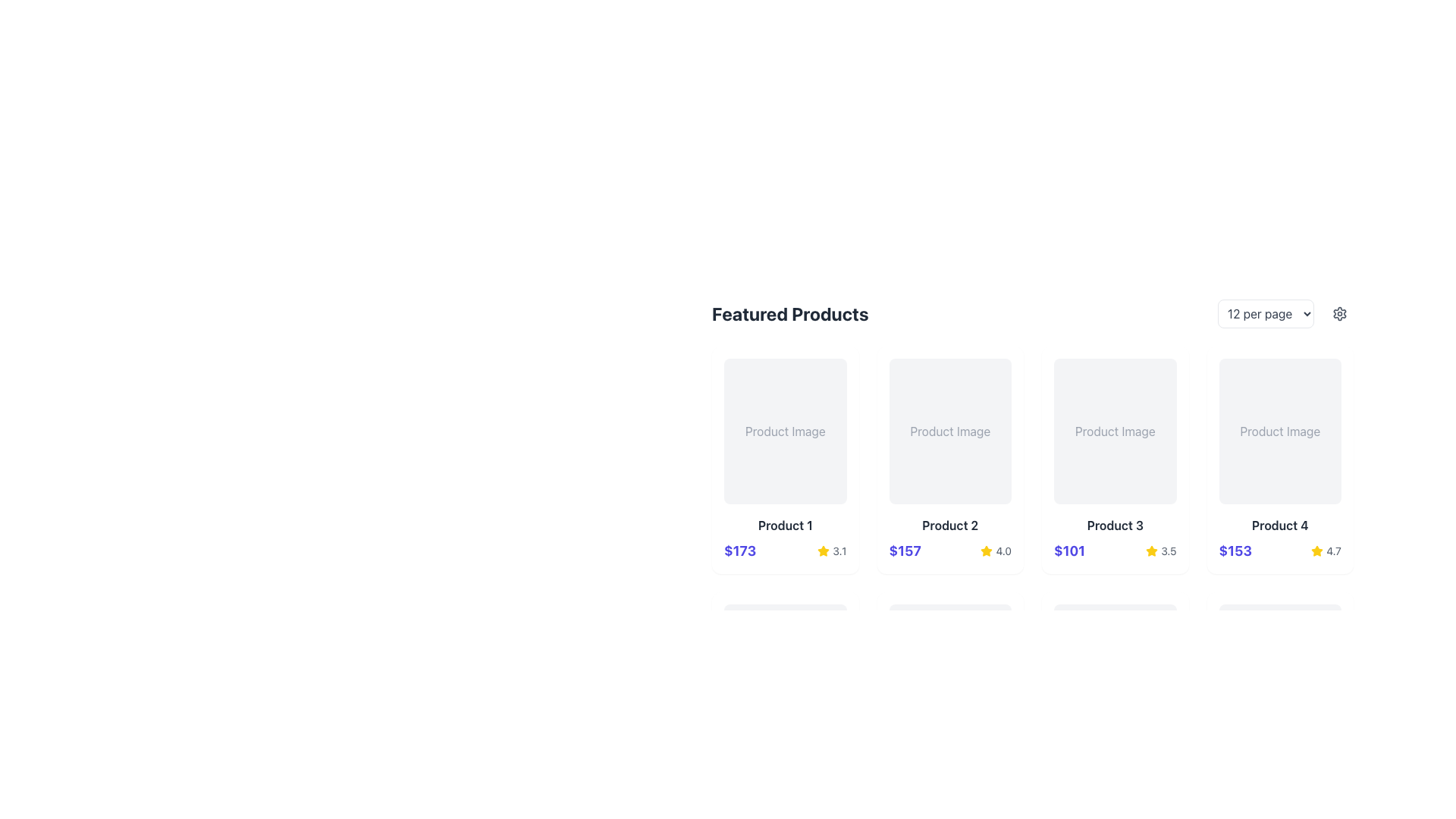 This screenshot has width=1456, height=819. Describe the element at coordinates (1316, 551) in the screenshot. I see `the star icon with a yellow fill and outline, which represents a rating of 4.7, located in the fourth product card, next to the text '4.7'` at that location.